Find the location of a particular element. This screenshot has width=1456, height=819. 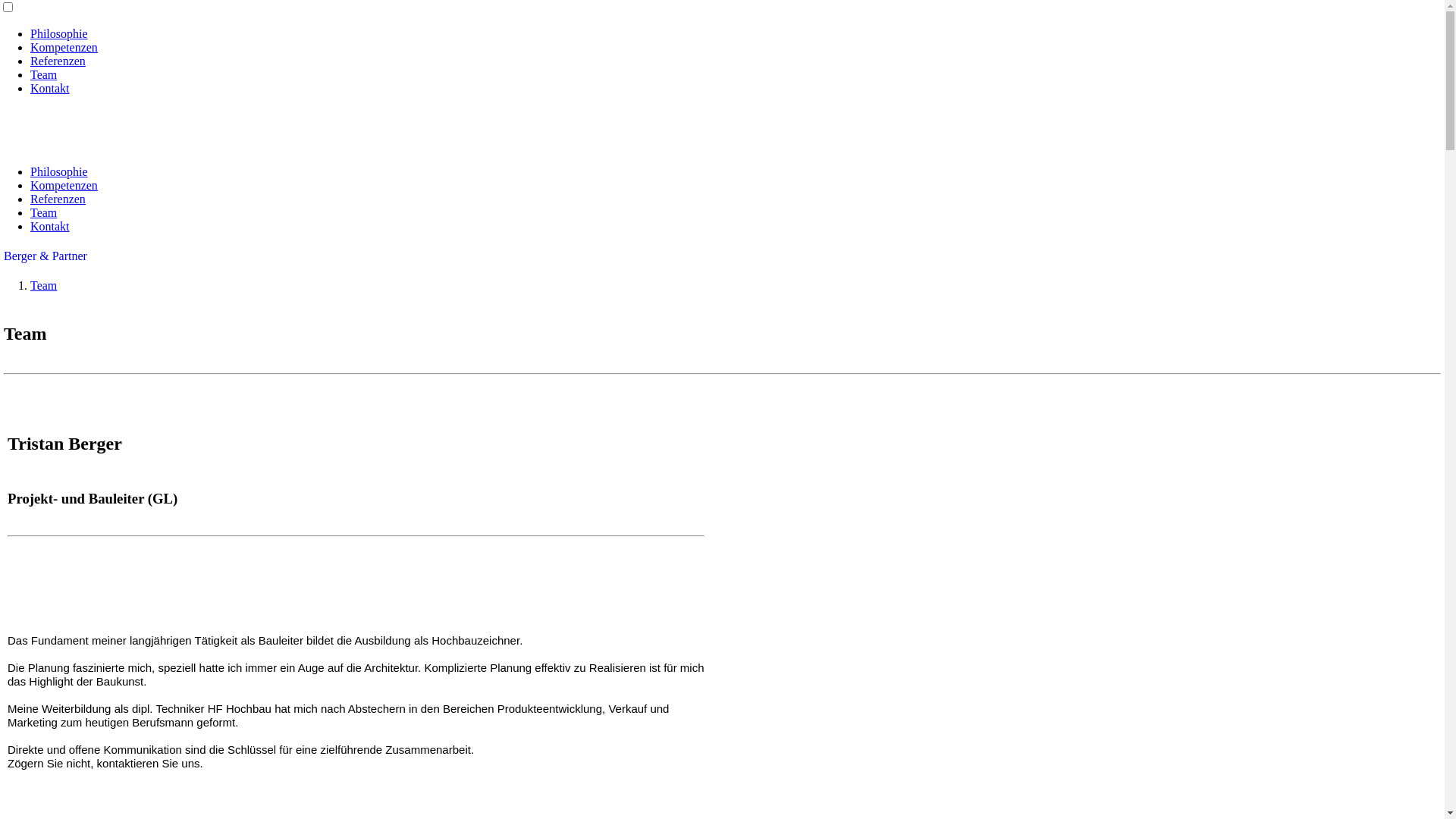

'Team' is located at coordinates (43, 285).